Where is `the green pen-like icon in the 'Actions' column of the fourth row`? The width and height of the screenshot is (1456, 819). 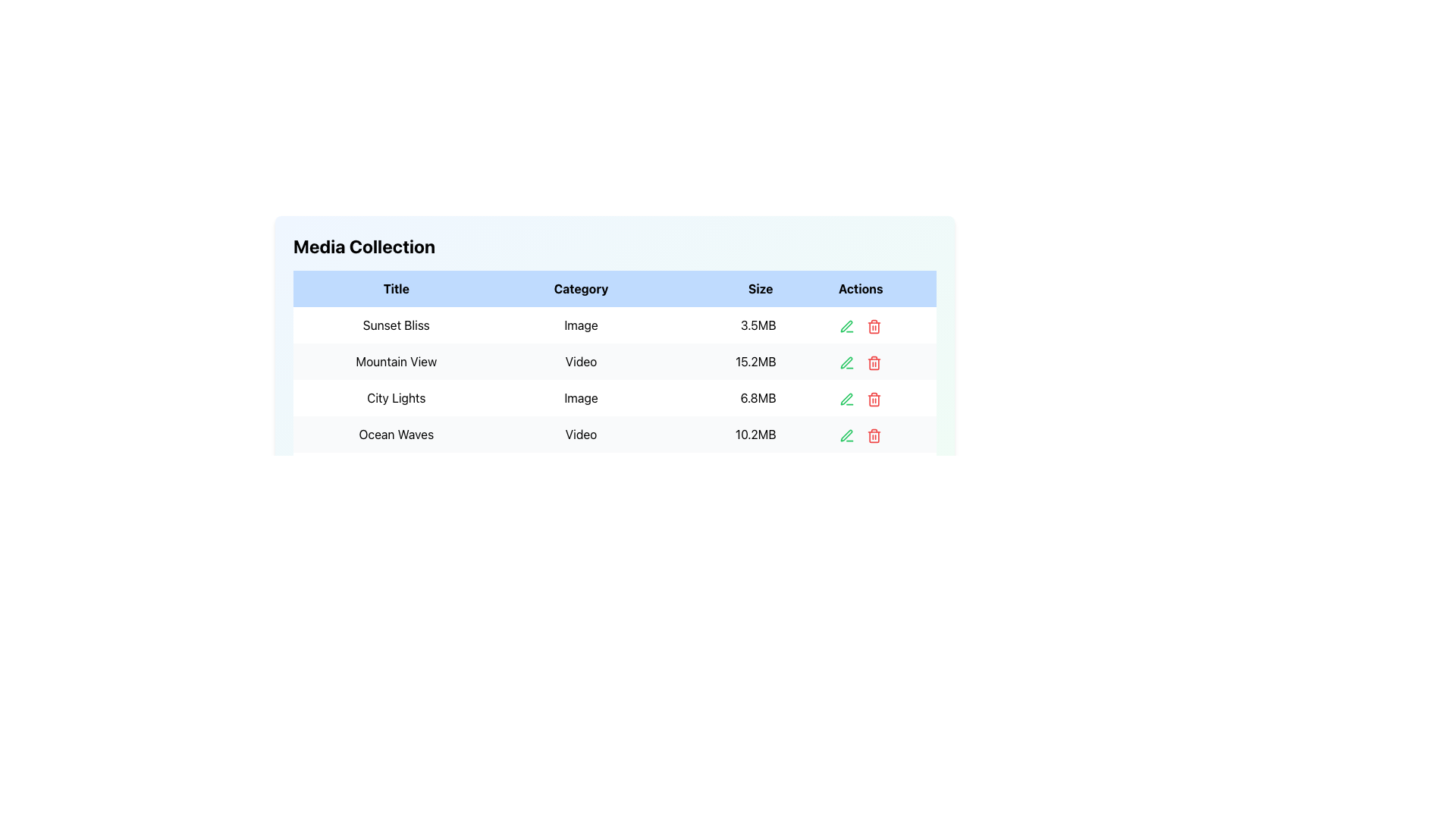
the green pen-like icon in the 'Actions' column of the fourth row is located at coordinates (846, 435).